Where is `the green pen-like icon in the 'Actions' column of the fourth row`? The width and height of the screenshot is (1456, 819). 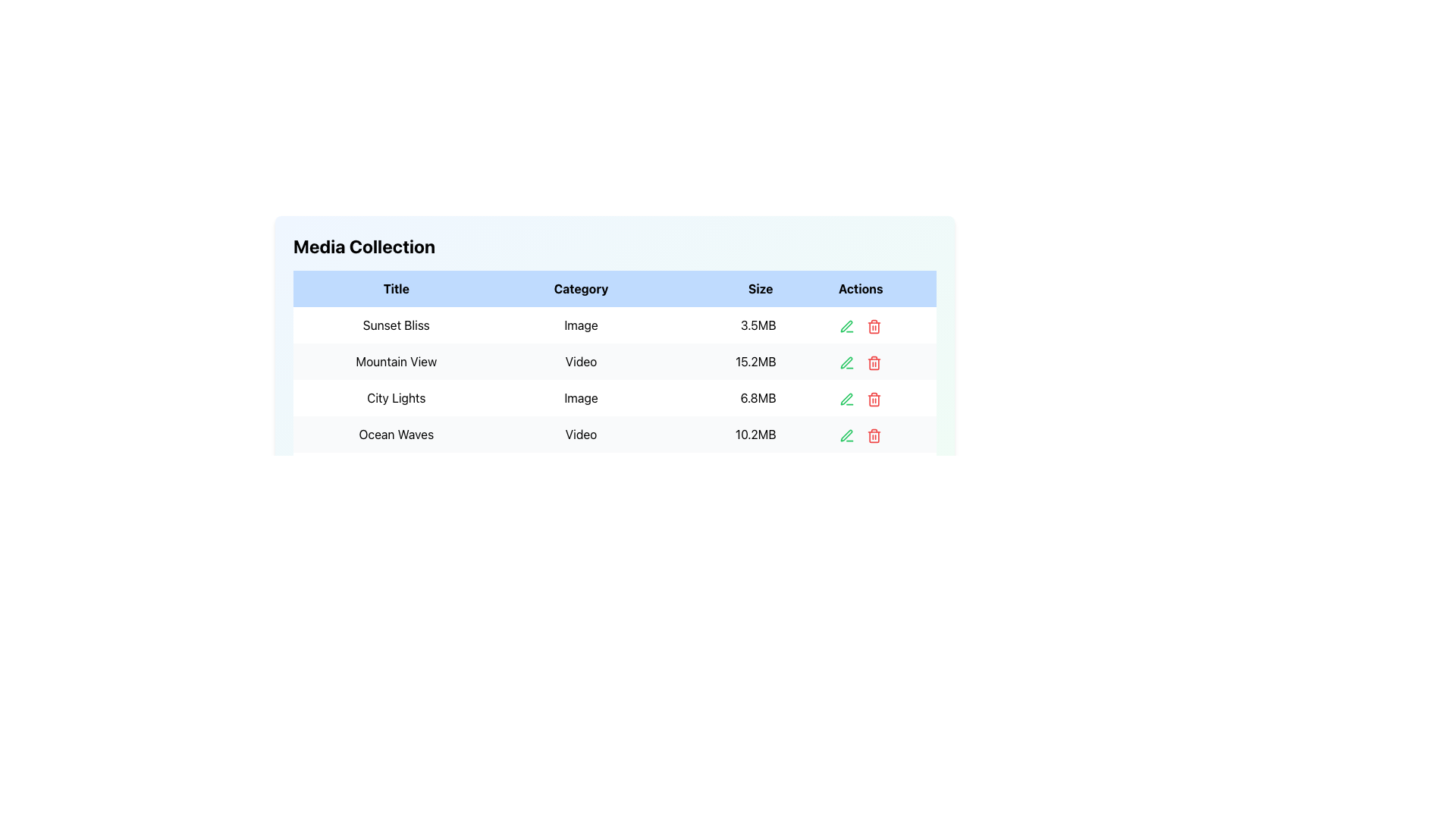
the green pen-like icon in the 'Actions' column of the fourth row is located at coordinates (846, 435).